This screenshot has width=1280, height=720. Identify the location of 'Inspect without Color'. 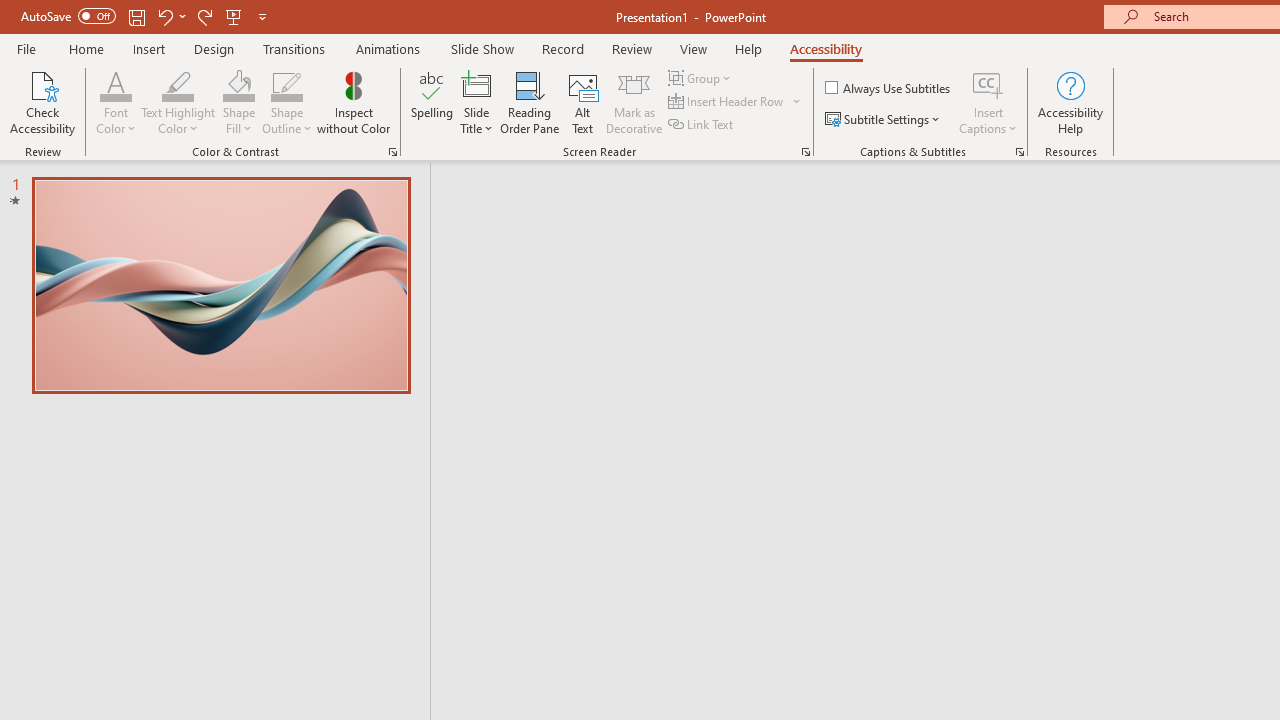
(353, 103).